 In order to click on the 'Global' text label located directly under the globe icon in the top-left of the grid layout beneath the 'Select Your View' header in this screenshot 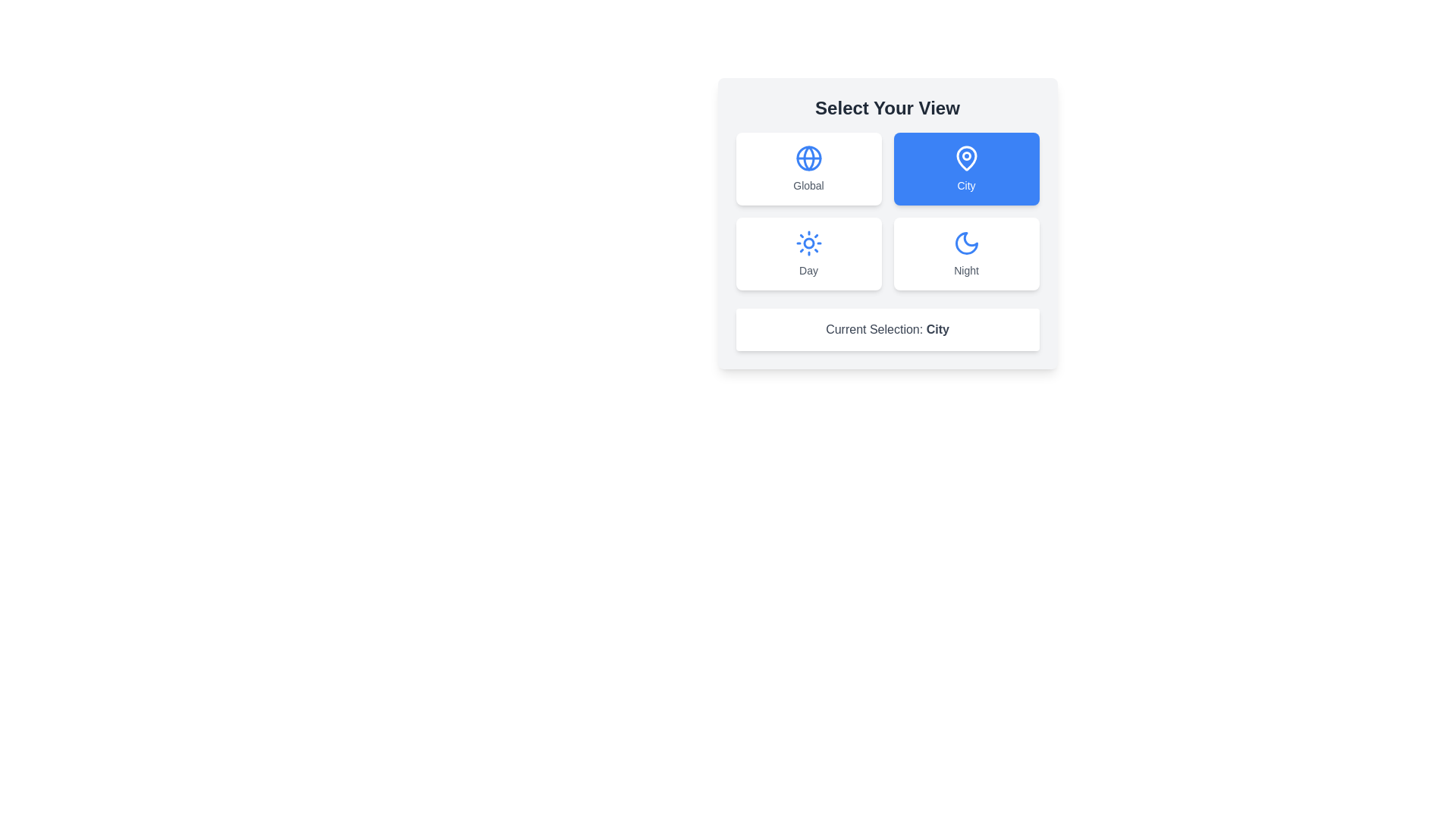, I will do `click(808, 185)`.